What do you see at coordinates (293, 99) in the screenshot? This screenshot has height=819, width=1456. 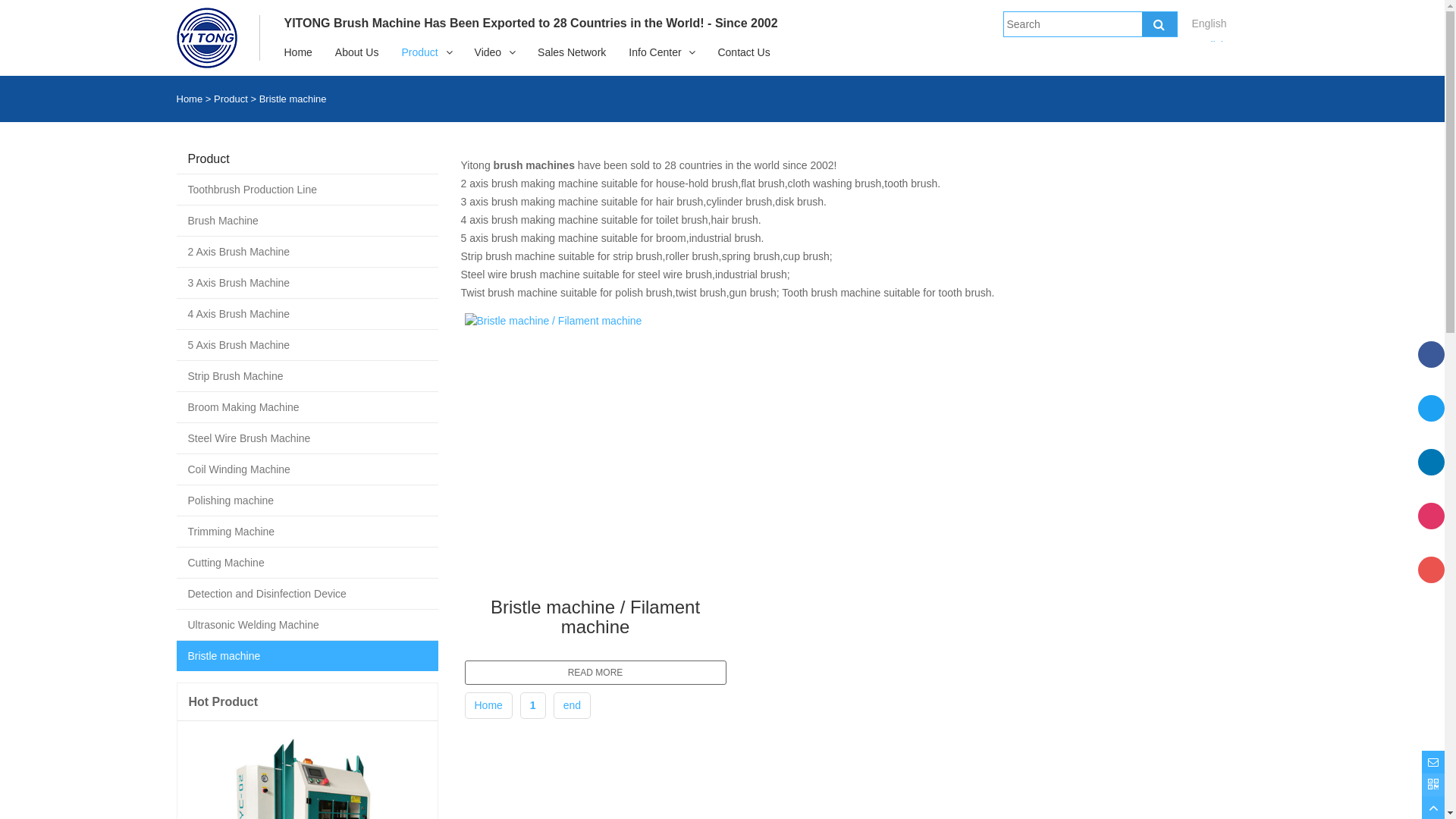 I see `'Bristle machine'` at bounding box center [293, 99].